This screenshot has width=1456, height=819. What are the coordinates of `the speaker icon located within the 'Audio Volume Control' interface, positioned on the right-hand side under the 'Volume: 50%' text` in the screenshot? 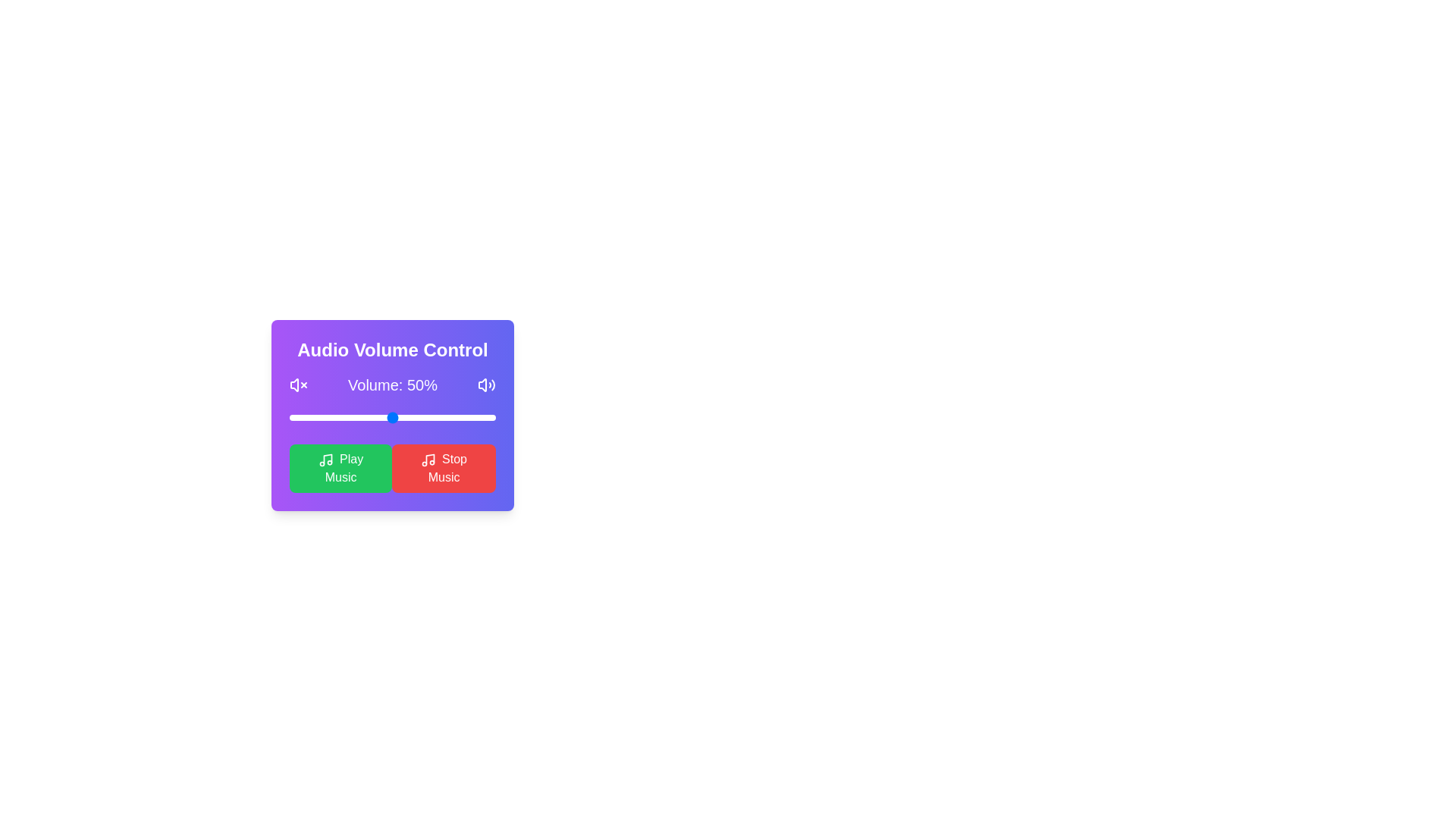 It's located at (482, 384).